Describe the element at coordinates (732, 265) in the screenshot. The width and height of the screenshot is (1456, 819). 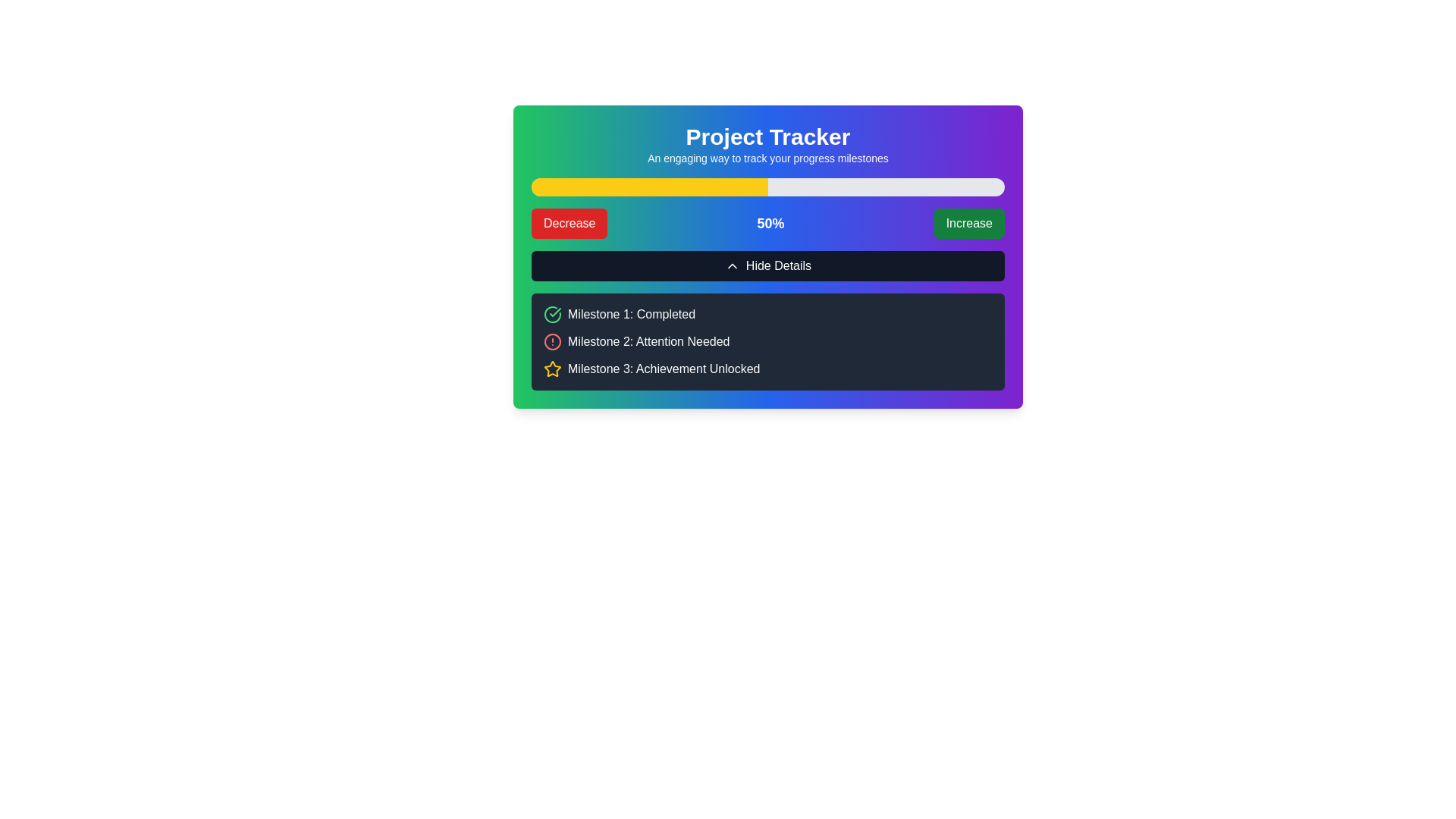
I see `the toggle icon located to the left of the 'Hide Details' button for additional visual feedback` at that location.